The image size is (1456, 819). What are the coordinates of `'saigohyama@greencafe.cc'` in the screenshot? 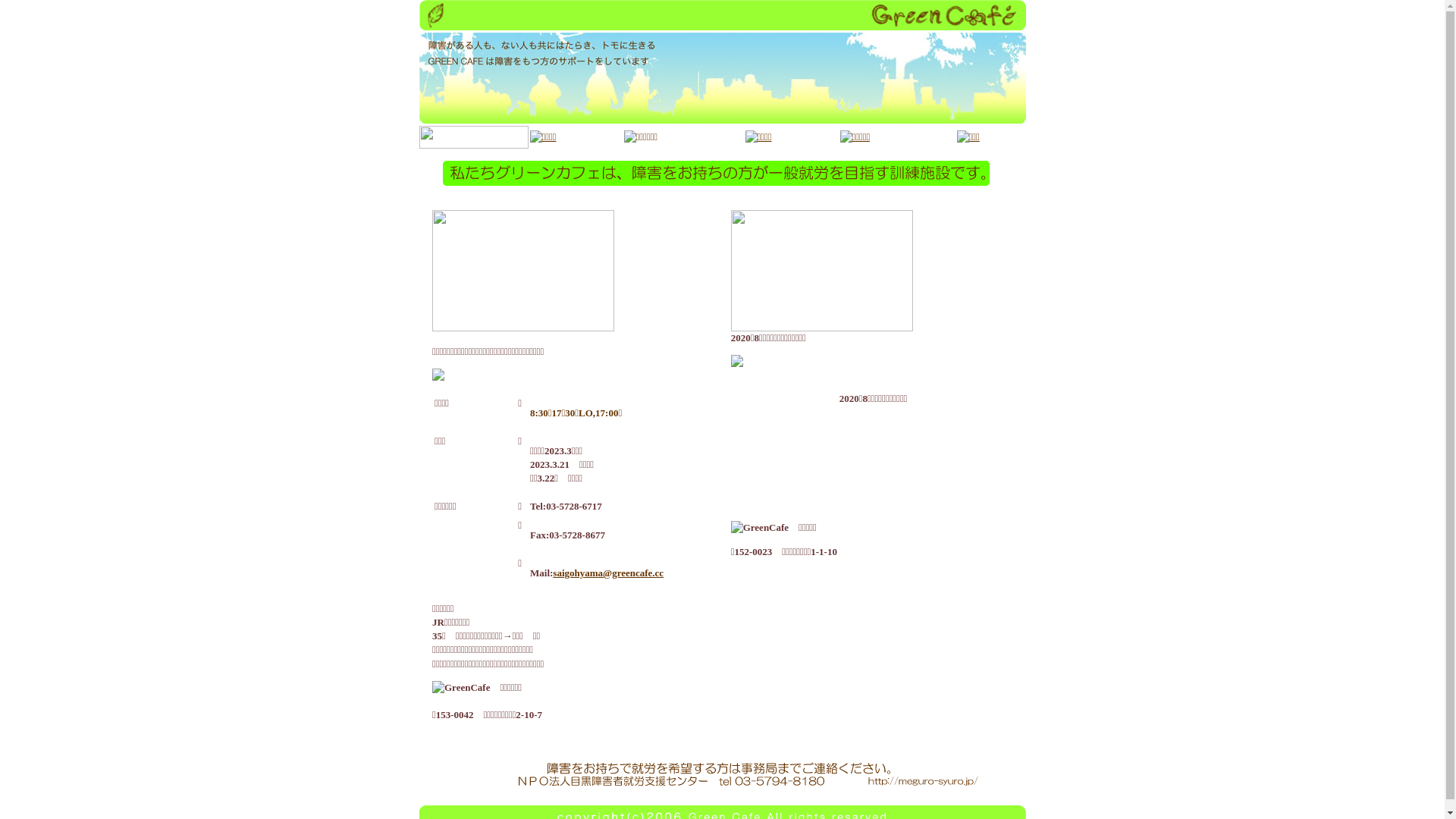 It's located at (607, 573).